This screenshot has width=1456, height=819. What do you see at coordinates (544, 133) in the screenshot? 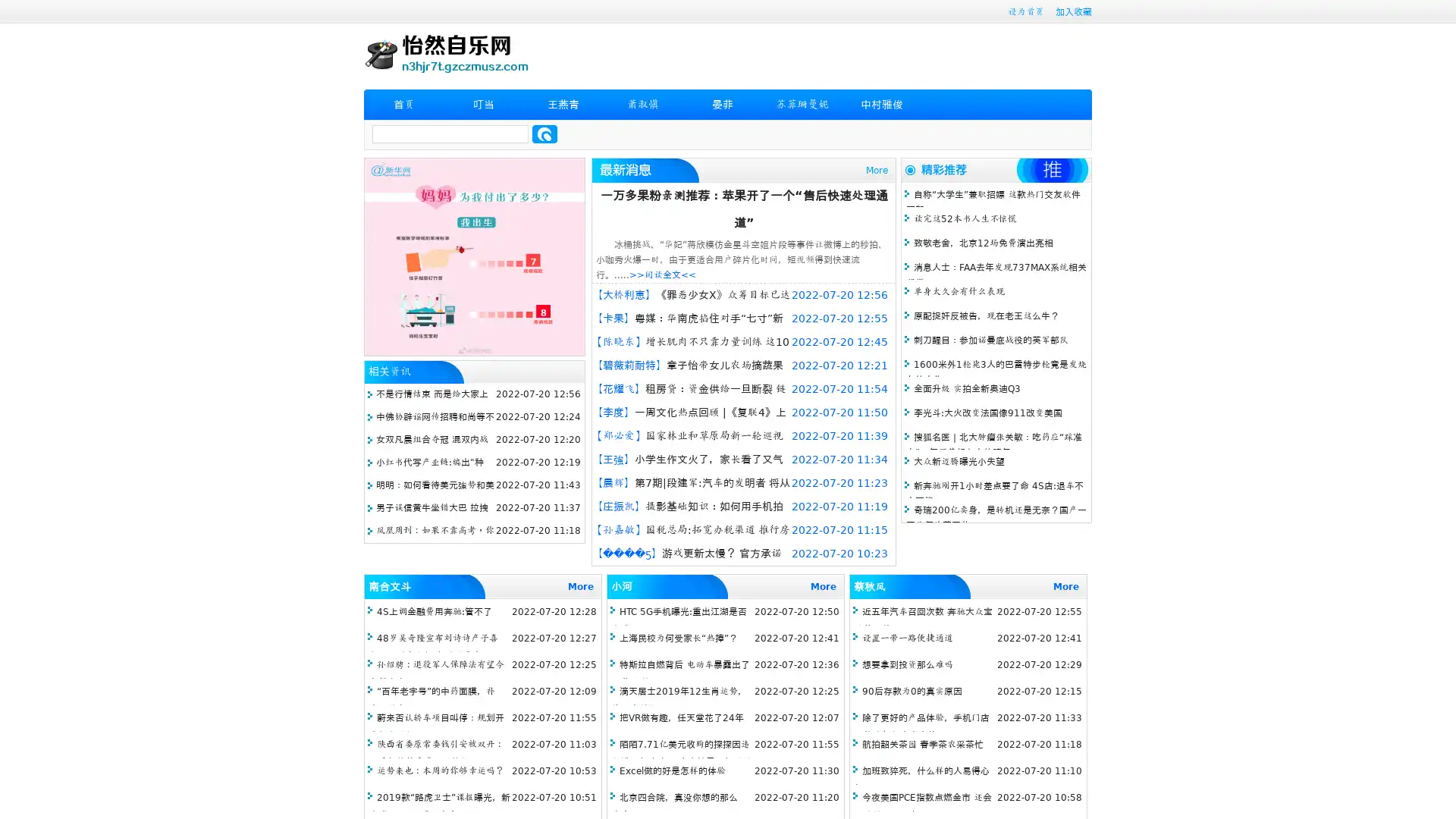
I see `Search` at bounding box center [544, 133].